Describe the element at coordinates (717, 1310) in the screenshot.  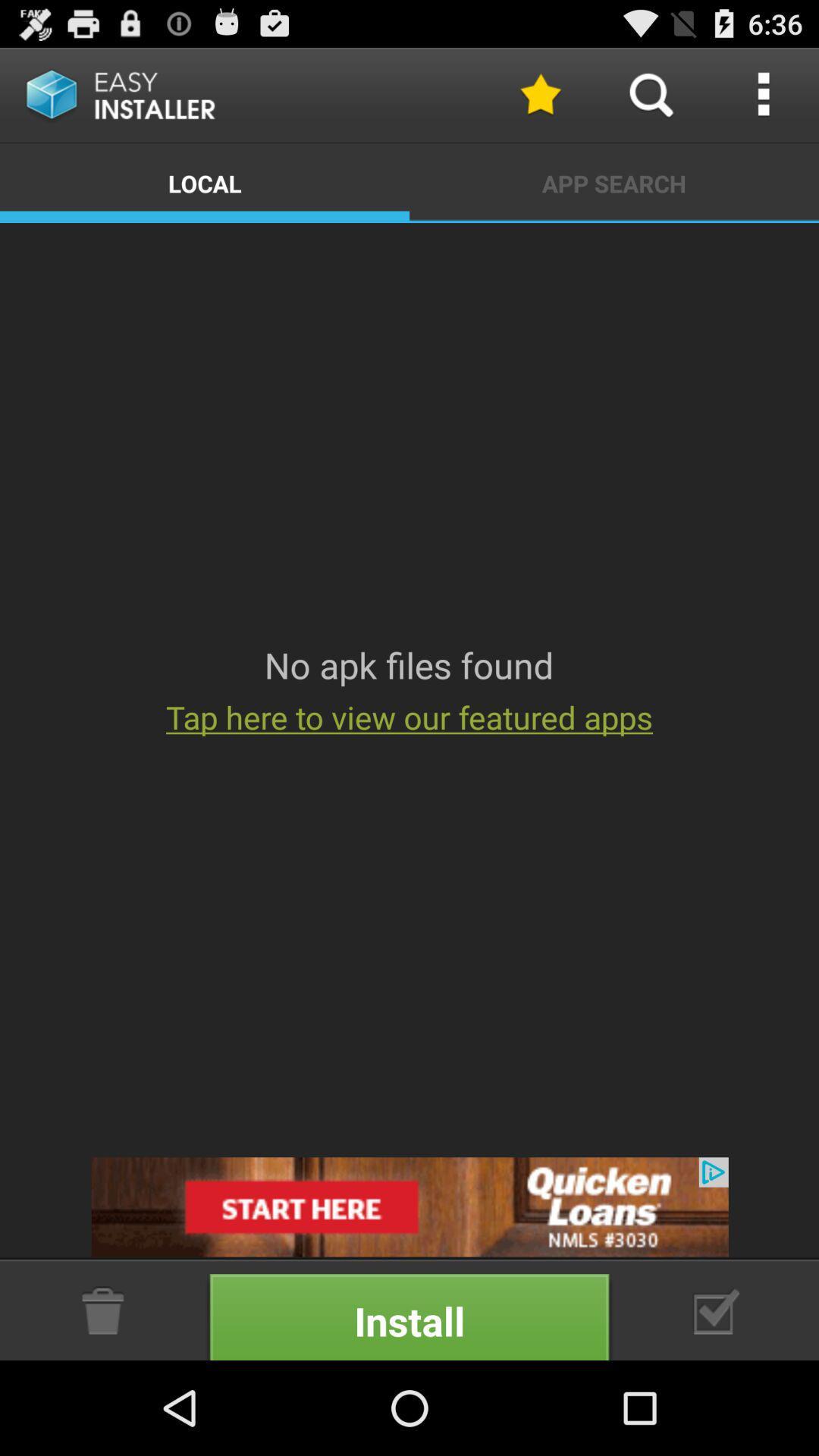
I see `adventisment page` at that location.